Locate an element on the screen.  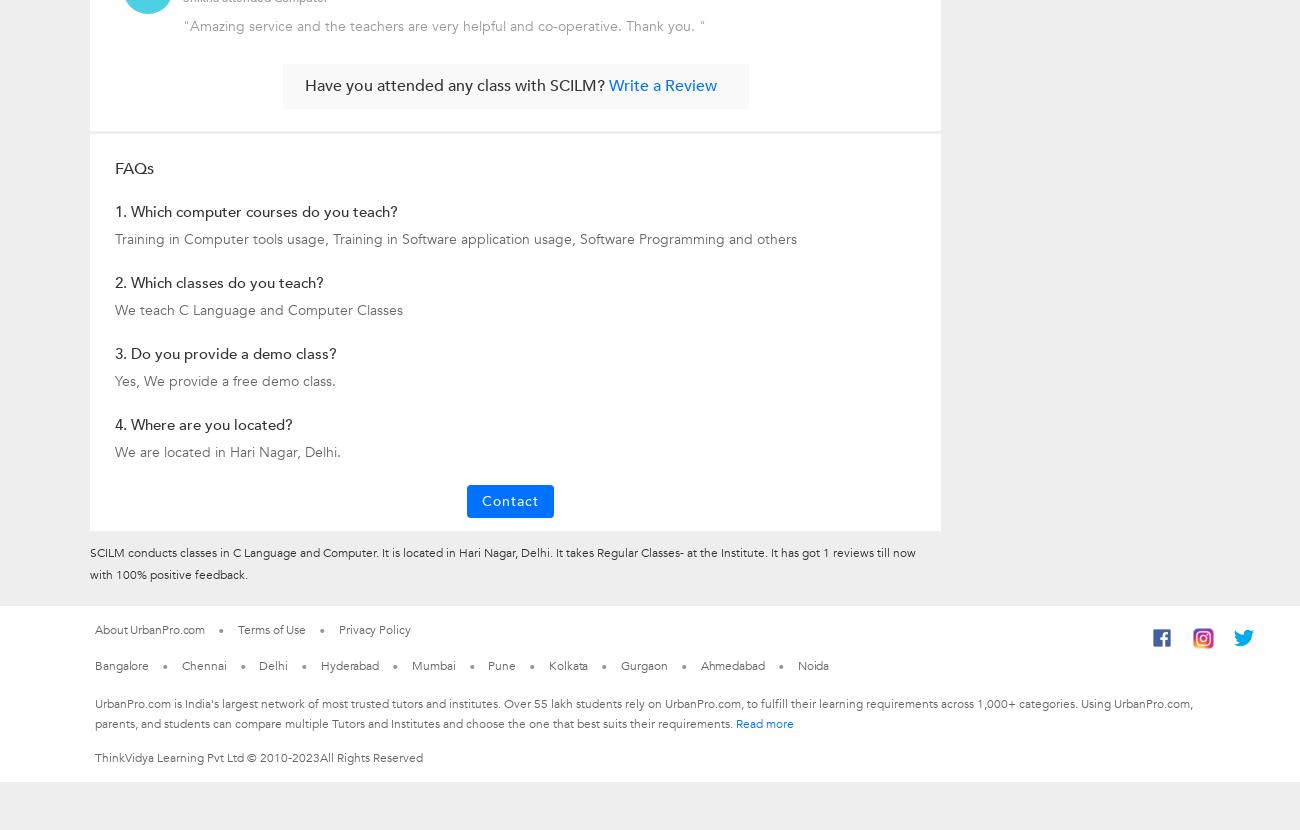
'About UrbanPro.com' is located at coordinates (149, 628).